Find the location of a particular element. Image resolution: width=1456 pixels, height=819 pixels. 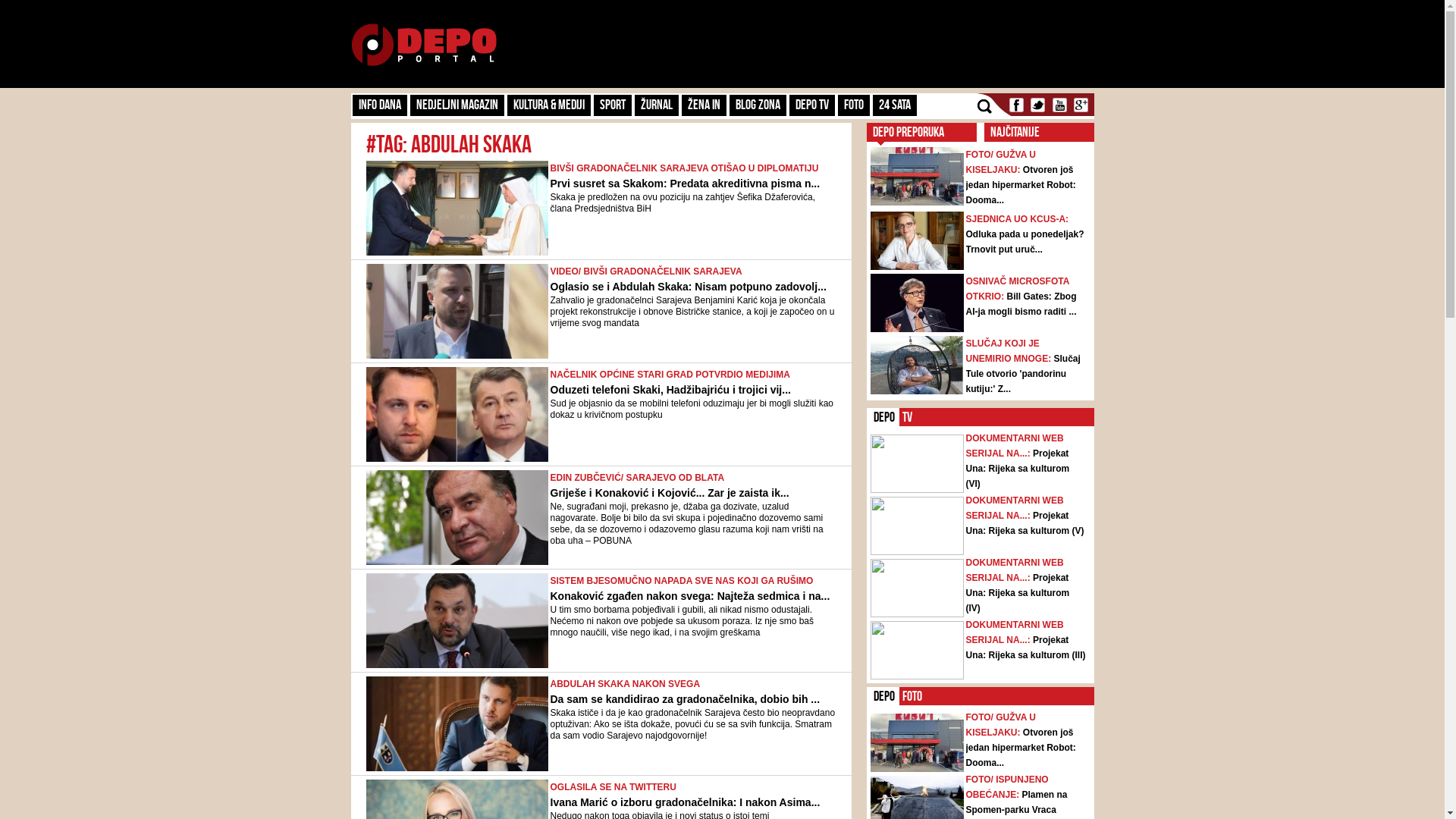

'Projekat Una: Rijeka sa kulturom (VI)' is located at coordinates (1018, 467).